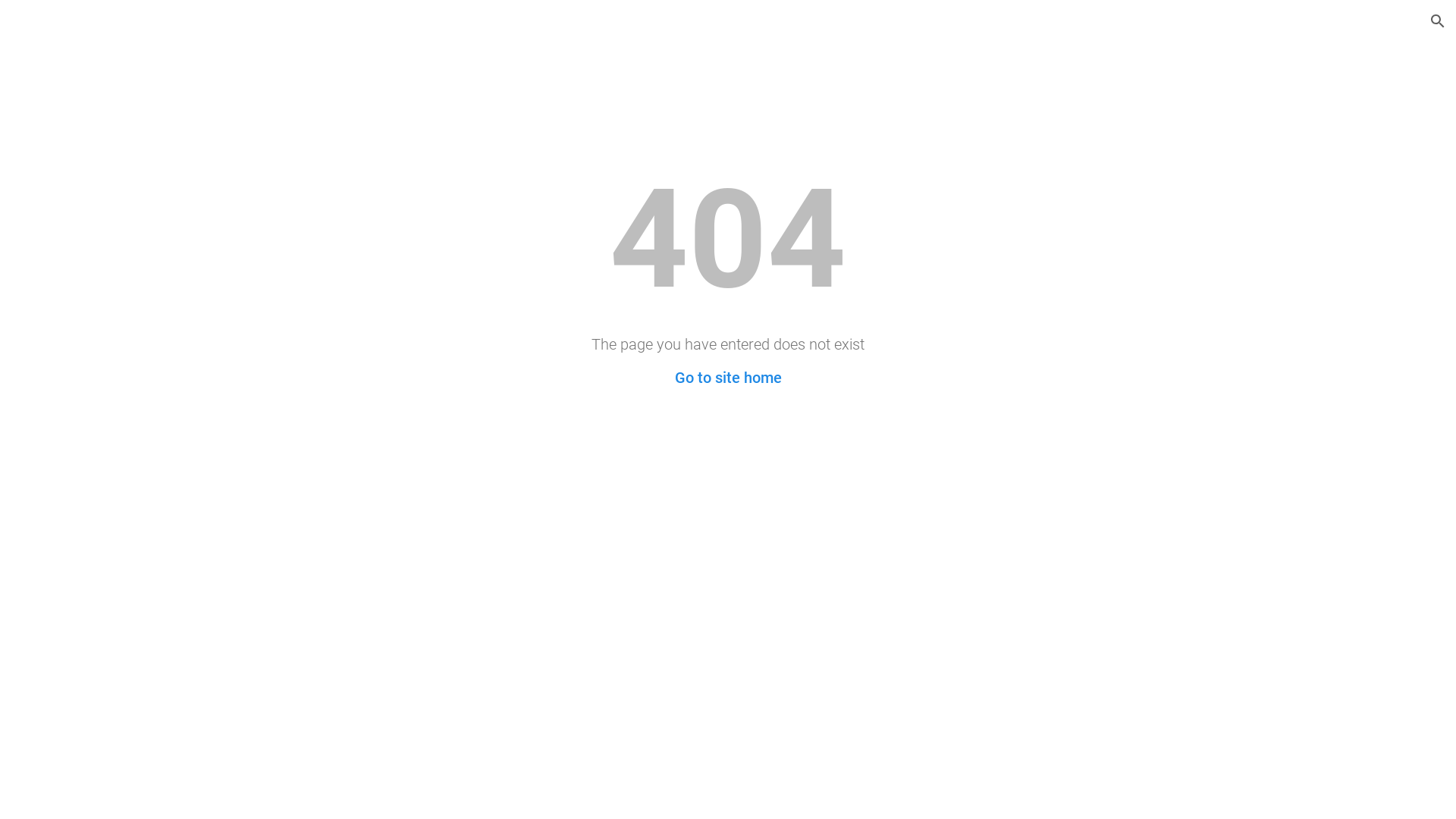  I want to click on 'Go to site home', so click(728, 376).